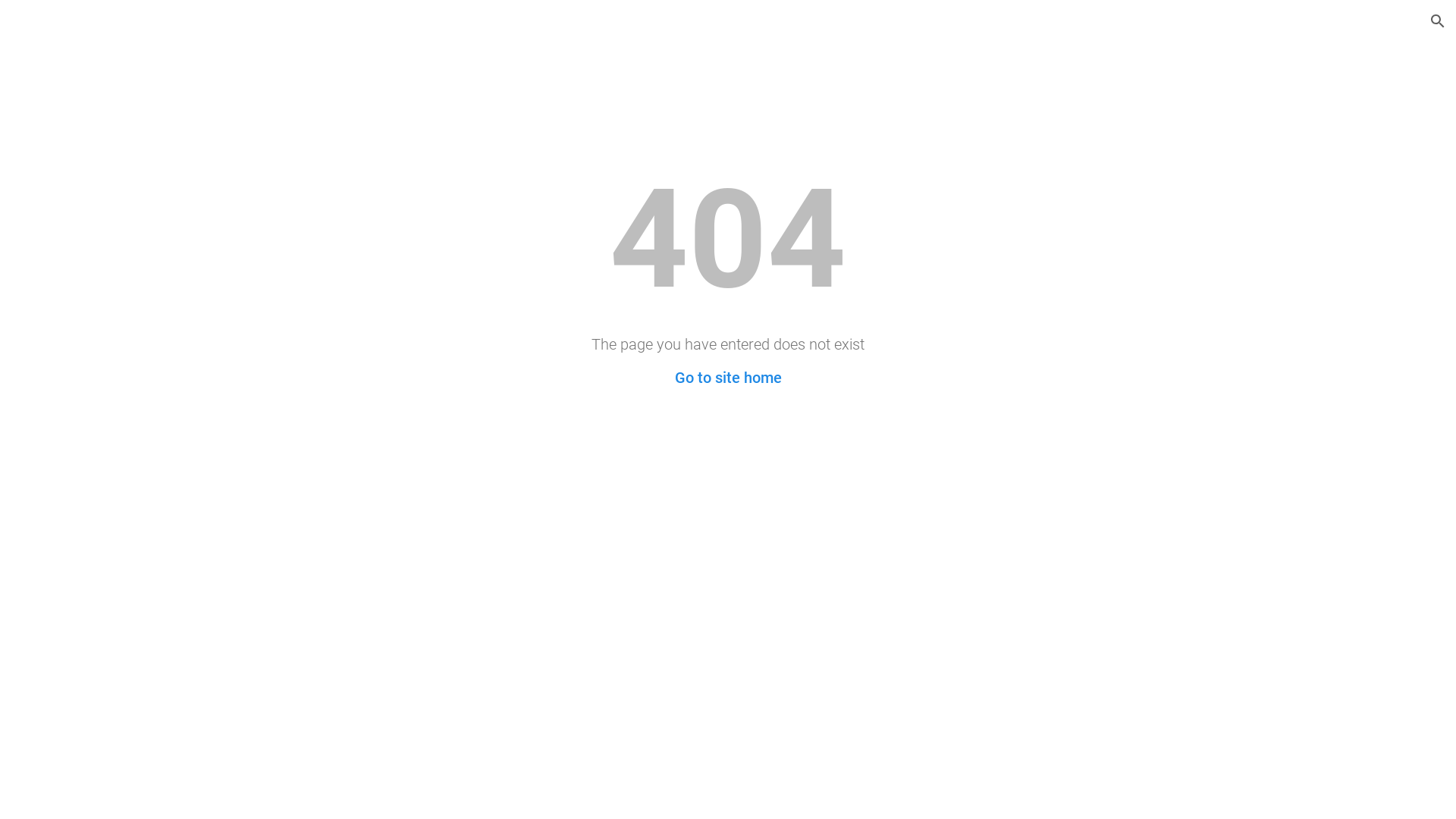  I want to click on 'Go to site home', so click(728, 376).